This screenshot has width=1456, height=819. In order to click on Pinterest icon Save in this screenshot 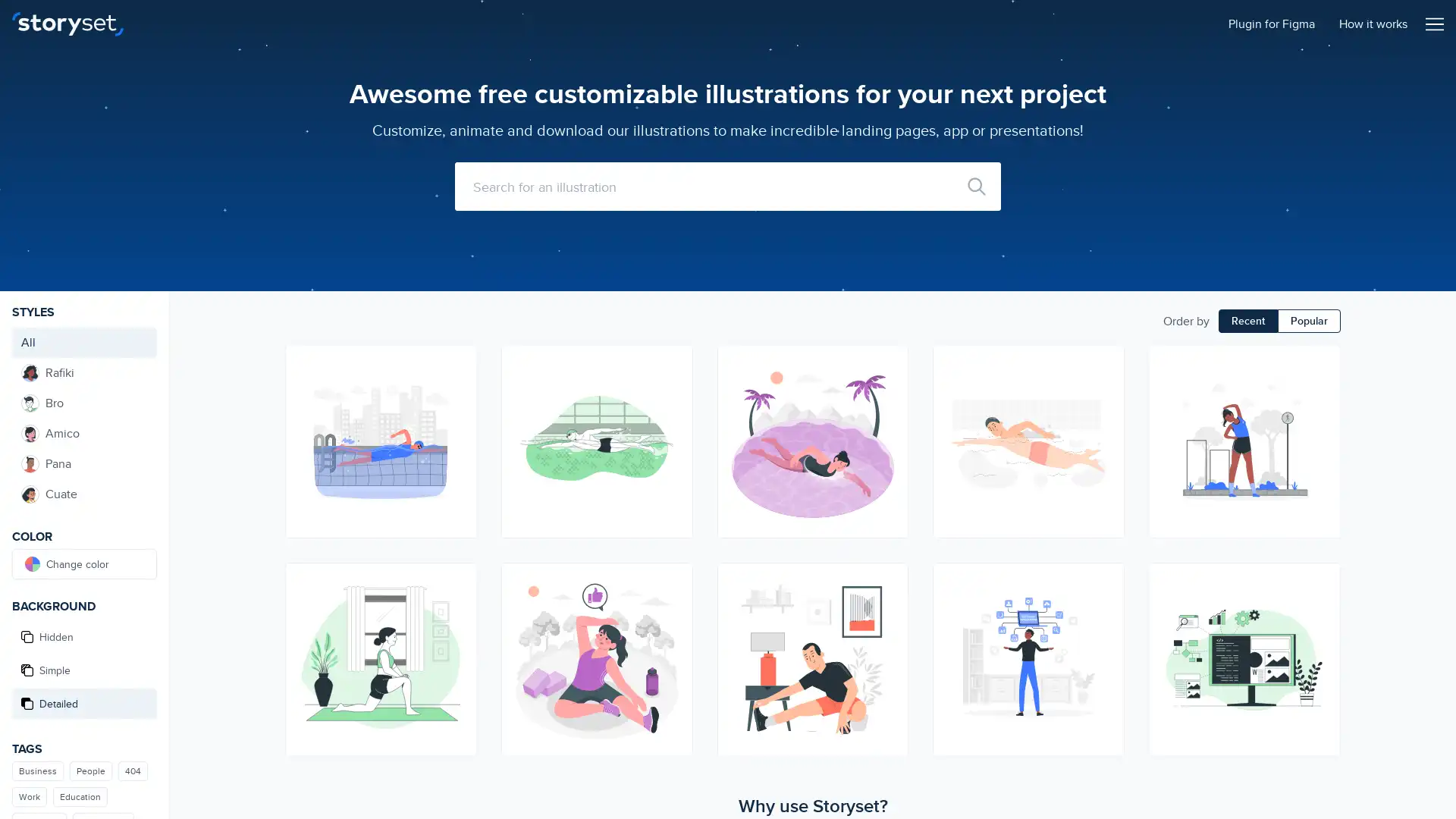, I will do `click(1106, 418)`.